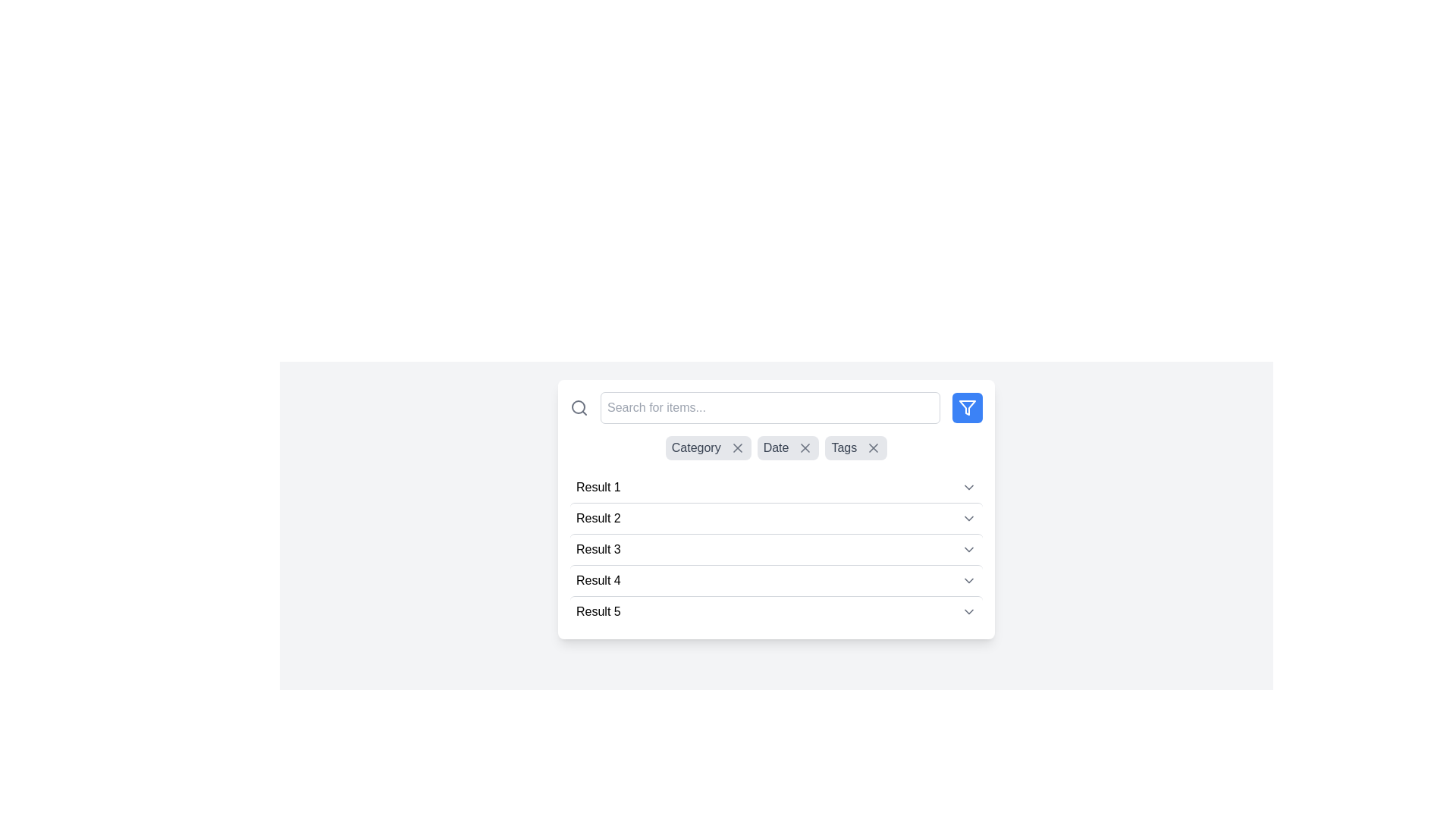 This screenshot has width=1456, height=819. What do you see at coordinates (578, 406) in the screenshot?
I see `the decorative search icon located at the far left of the horizontal group of UI elements` at bounding box center [578, 406].